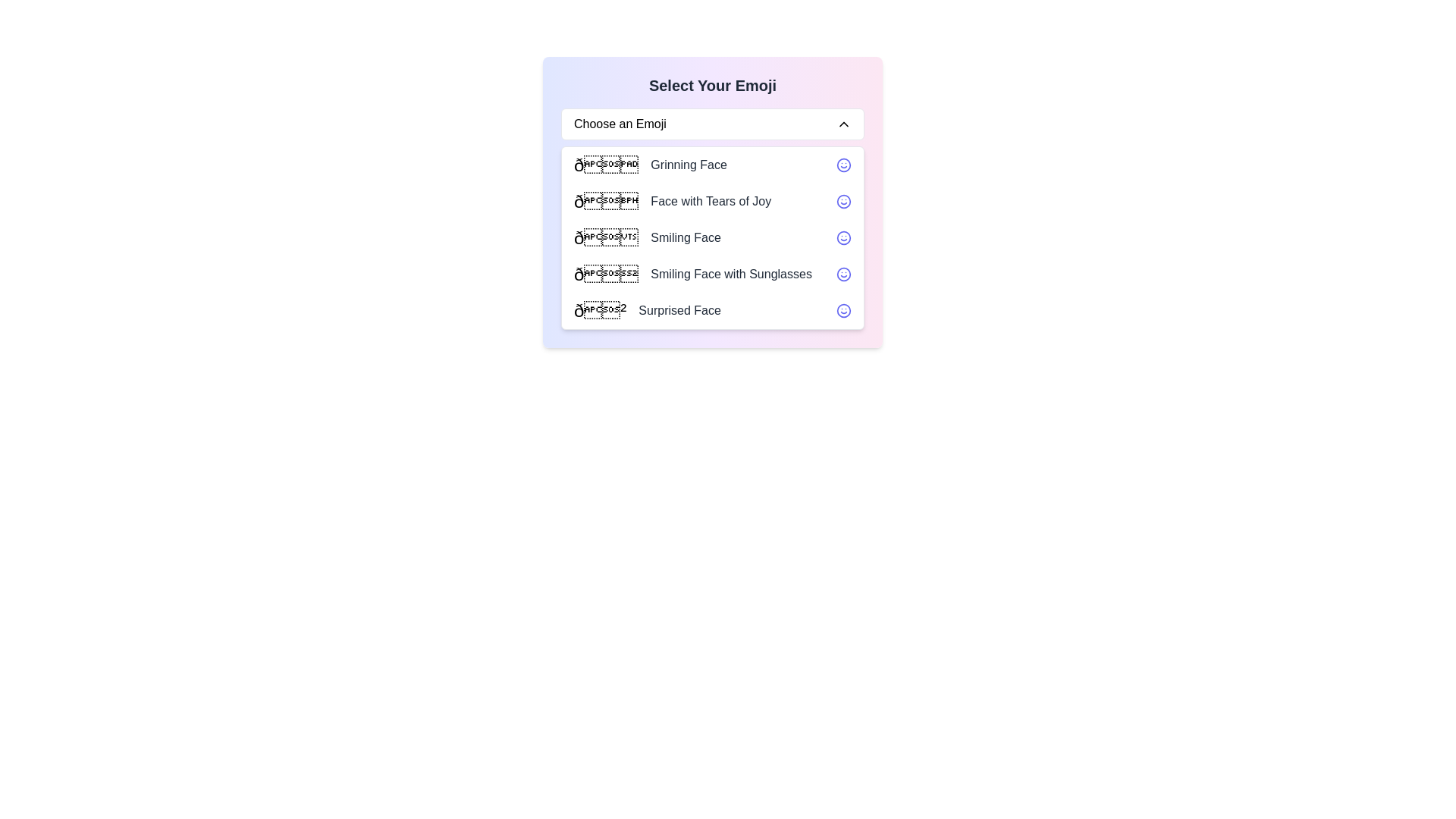 This screenshot has width=1456, height=819. What do you see at coordinates (843, 275) in the screenshot?
I see `the circular indigo smiley face icon located at the far-right end of the 'Smiling Face with Sunglasses' dropdown menu` at bounding box center [843, 275].